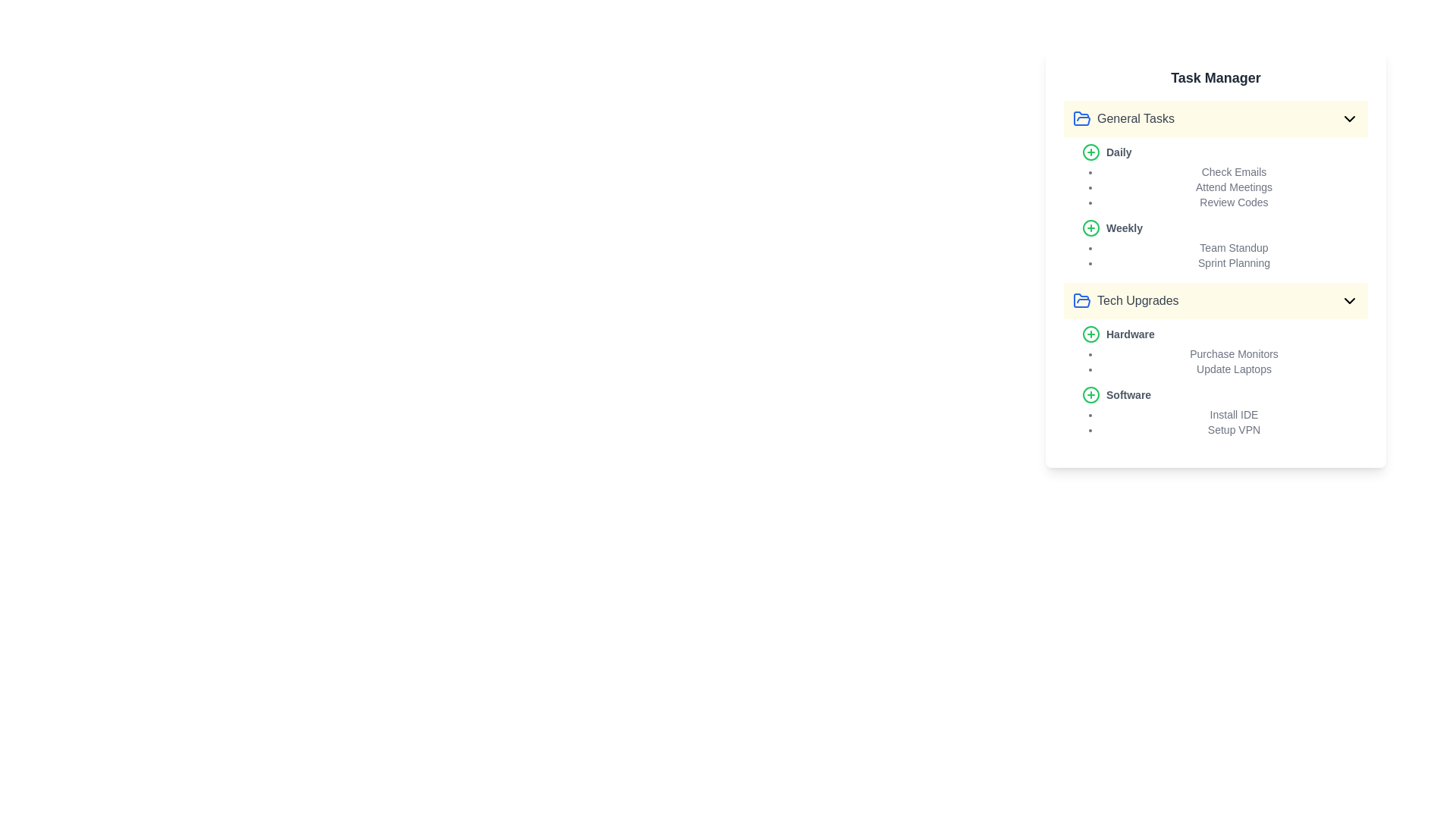  I want to click on the text label 'Check Emails' which is the first item in the 'Daily' bullet list of the task manager interface, so click(1234, 171).